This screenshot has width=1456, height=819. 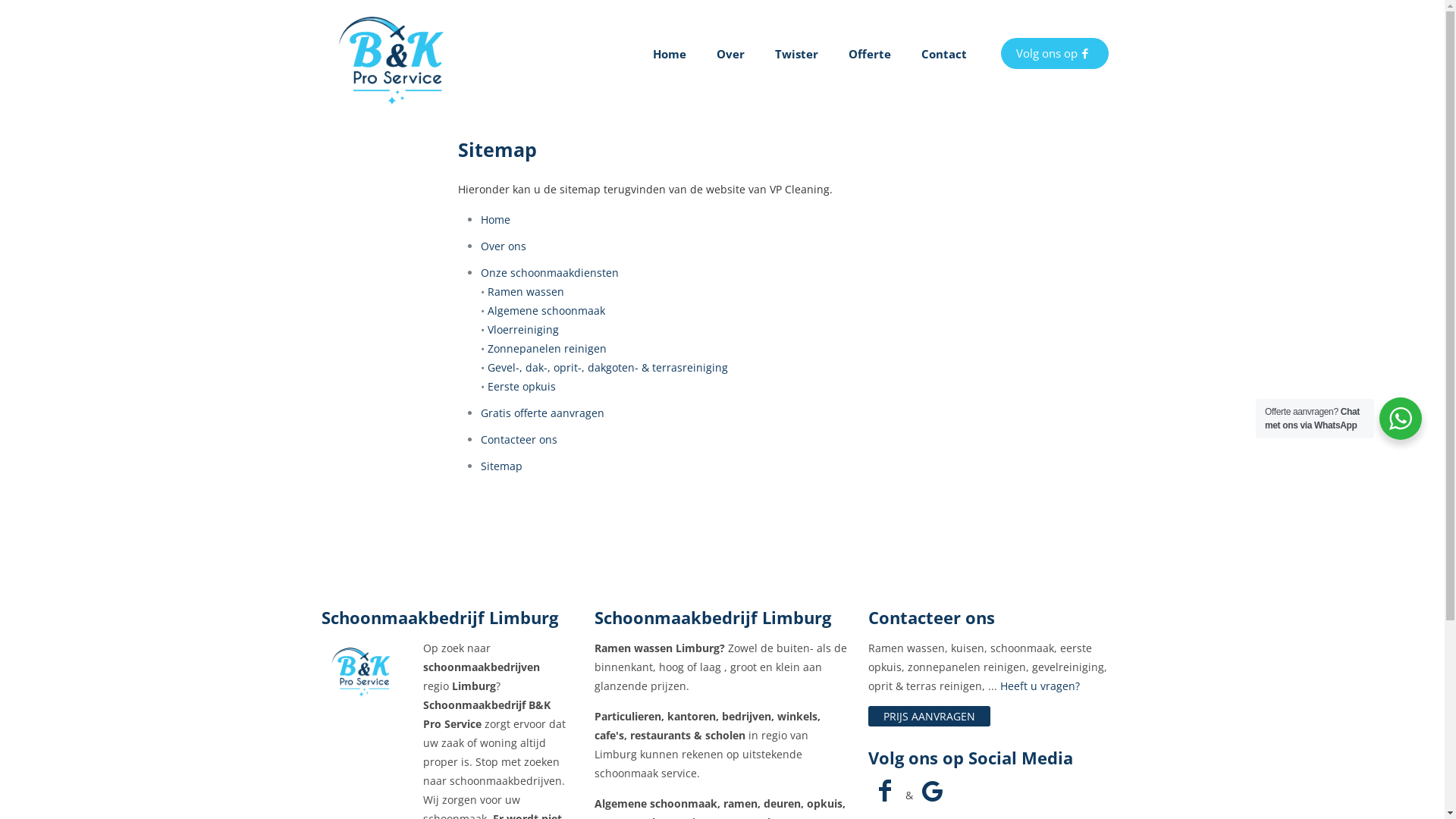 What do you see at coordinates (869, 52) in the screenshot?
I see `'Offerte'` at bounding box center [869, 52].